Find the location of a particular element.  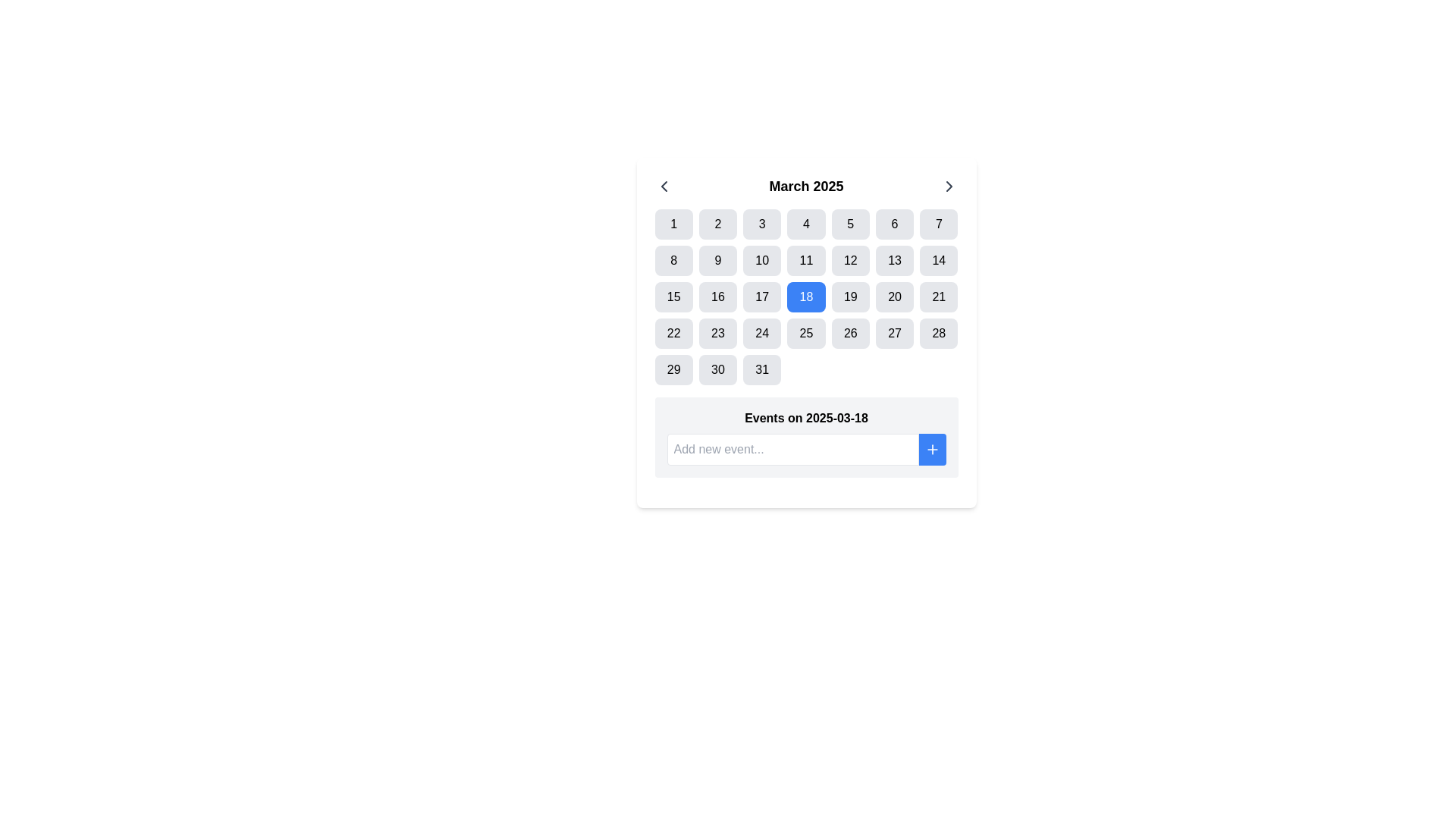

the button representing the 7th day in the calendar interface is located at coordinates (938, 224).